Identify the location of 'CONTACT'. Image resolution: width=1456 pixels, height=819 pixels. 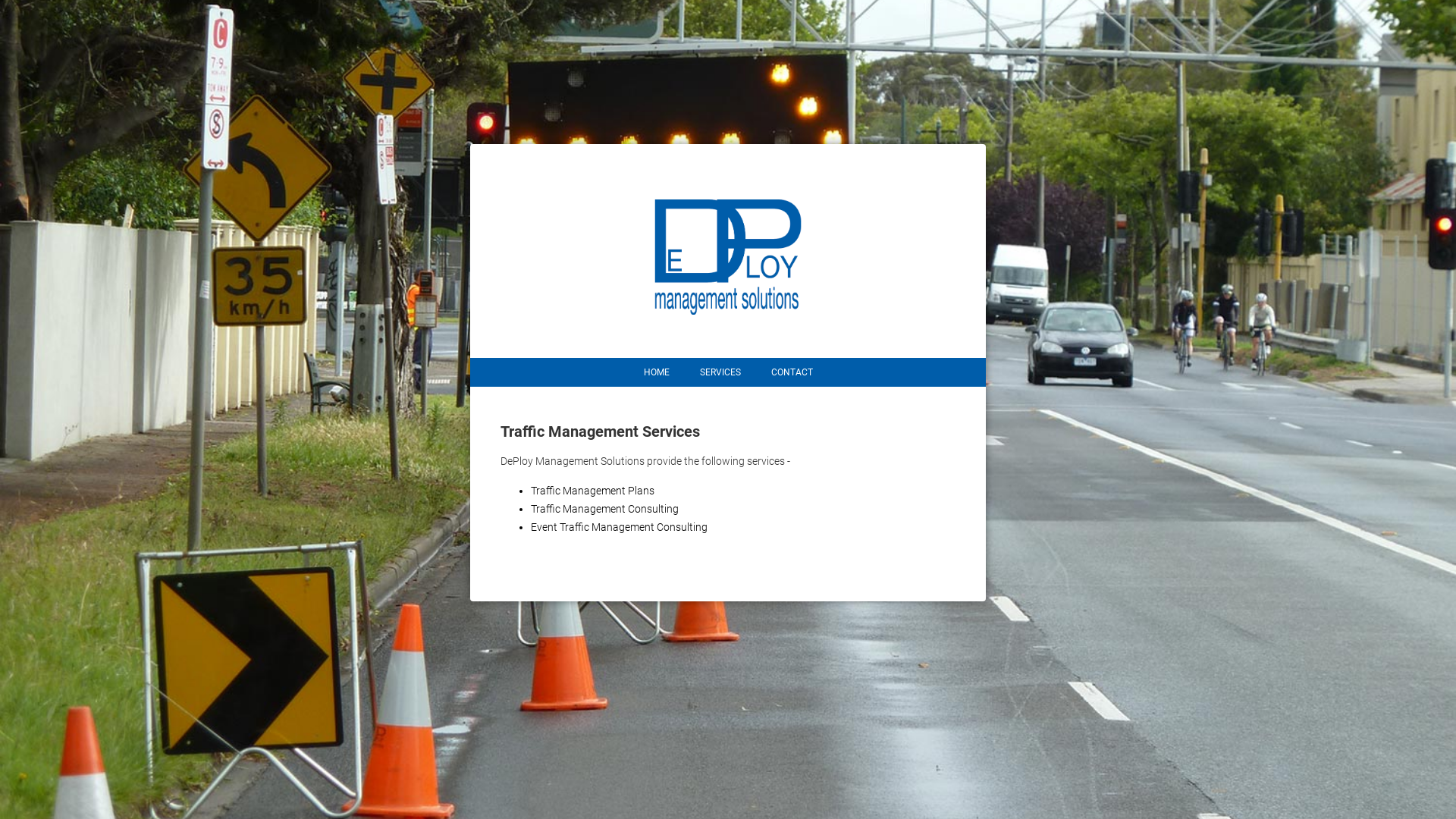
(790, 372).